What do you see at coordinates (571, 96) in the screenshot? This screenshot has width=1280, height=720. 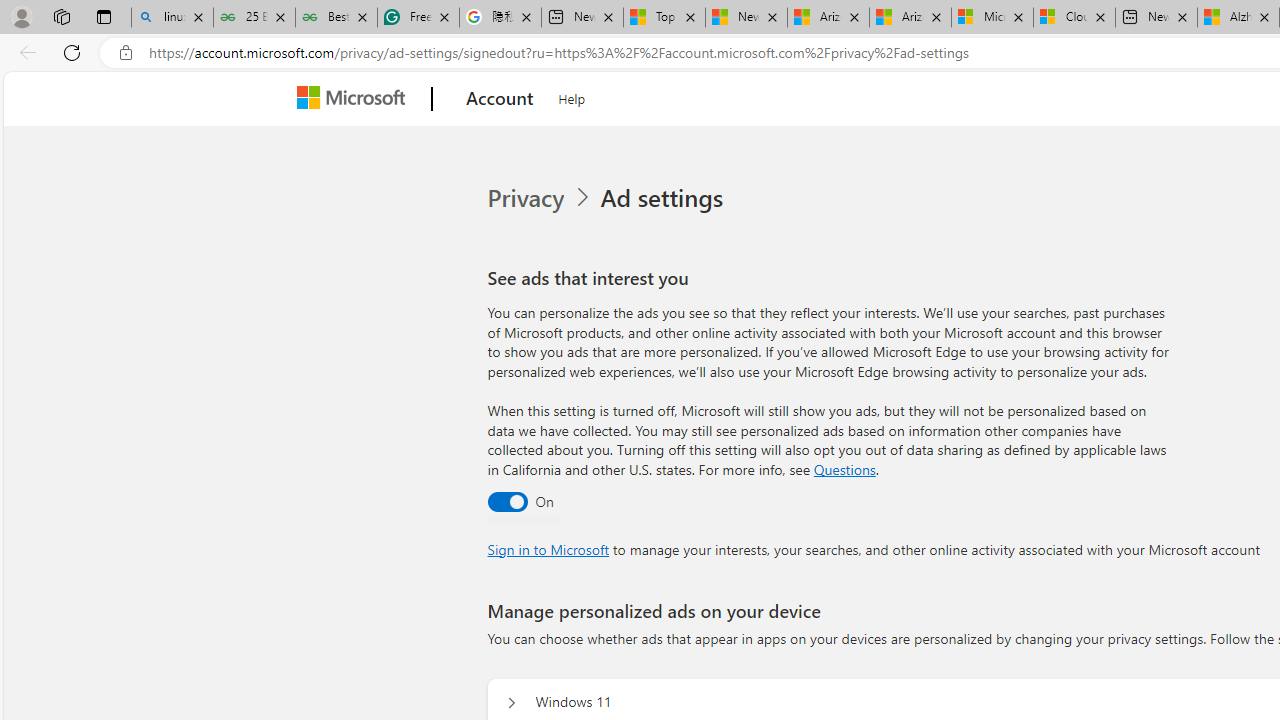 I see `'Help'` at bounding box center [571, 96].